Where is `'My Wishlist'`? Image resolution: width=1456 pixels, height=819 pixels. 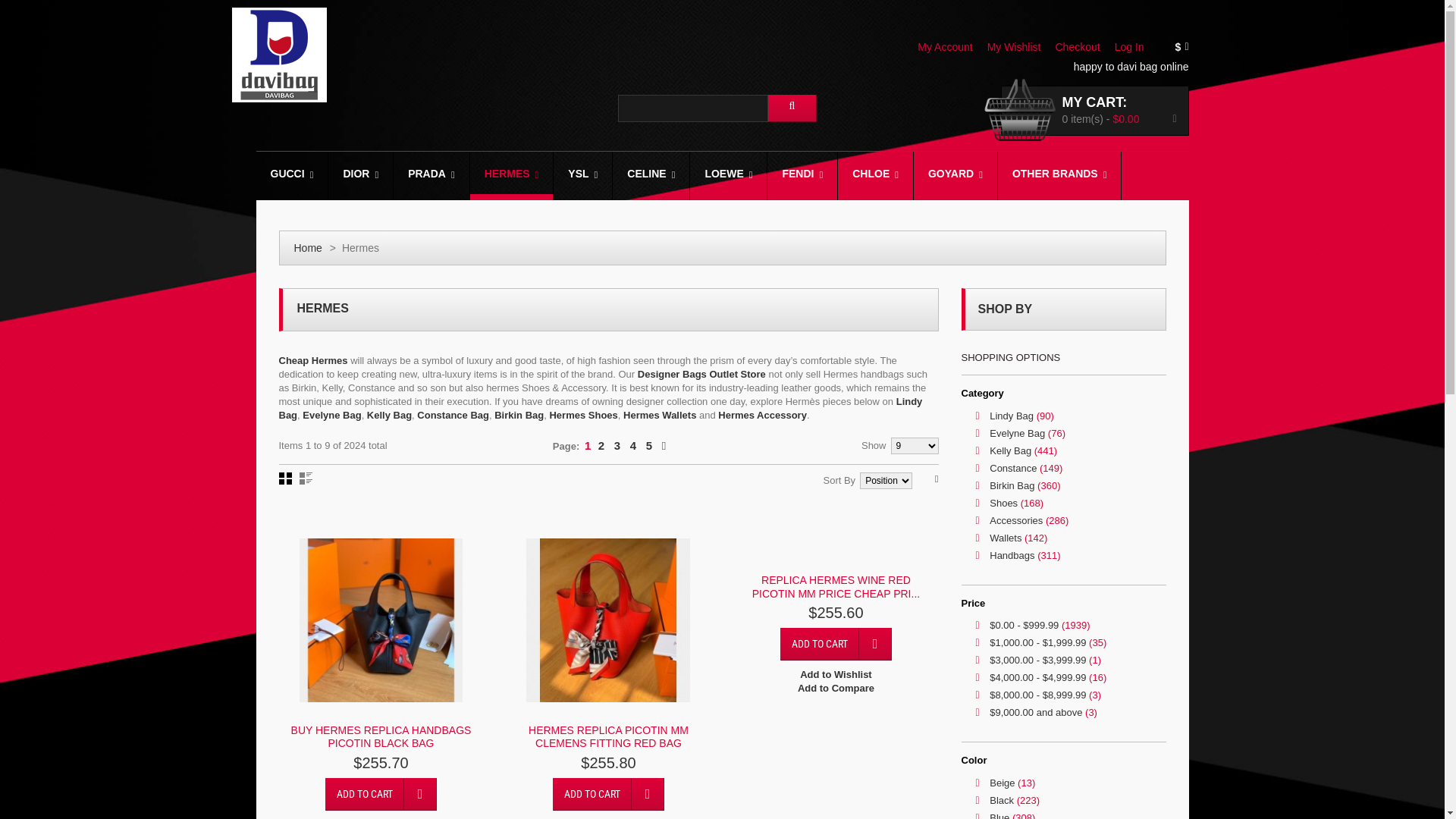
'My Wishlist' is located at coordinates (1019, 45).